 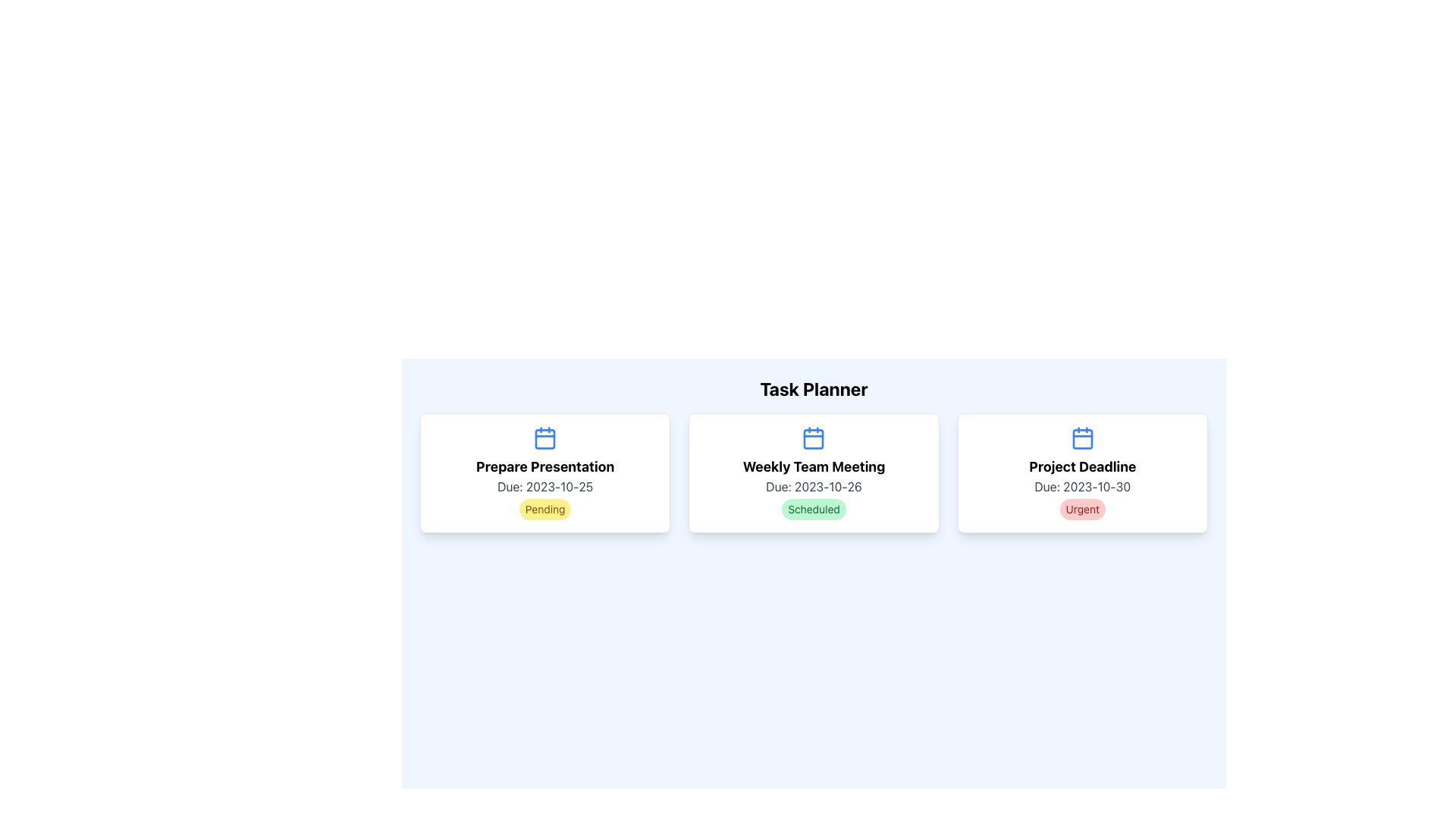 What do you see at coordinates (813, 438) in the screenshot?
I see `the icon representing the associated date or event located in the upper section of the 'Weekly Team Meeting' card, centered horizontally above the text content` at bounding box center [813, 438].